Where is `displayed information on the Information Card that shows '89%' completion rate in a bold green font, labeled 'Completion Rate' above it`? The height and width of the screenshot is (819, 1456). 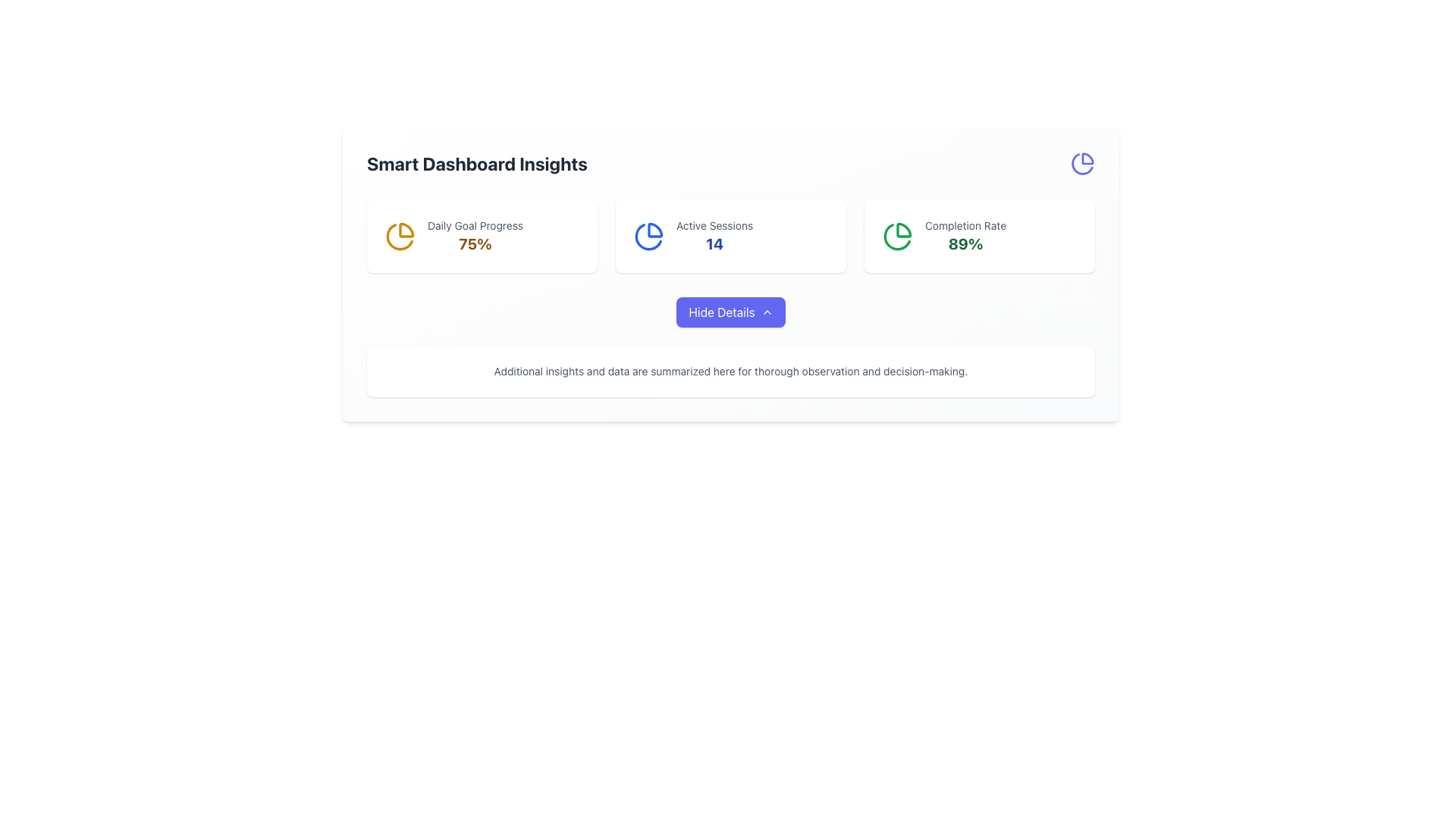 displayed information on the Information Card that shows '89%' completion rate in a bold green font, labeled 'Completion Rate' above it is located at coordinates (979, 237).